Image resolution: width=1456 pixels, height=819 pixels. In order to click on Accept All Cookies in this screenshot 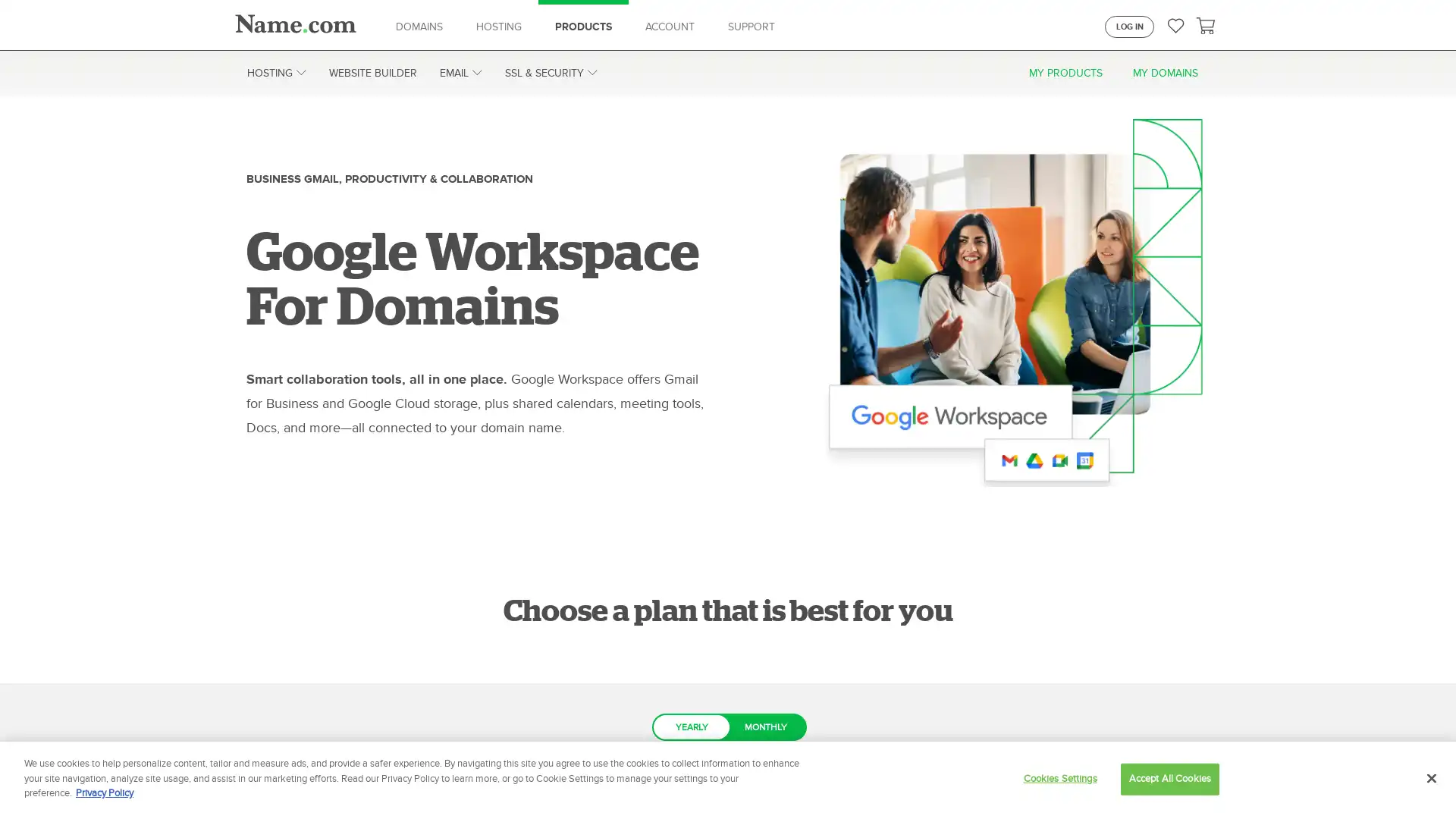, I will do `click(1169, 778)`.